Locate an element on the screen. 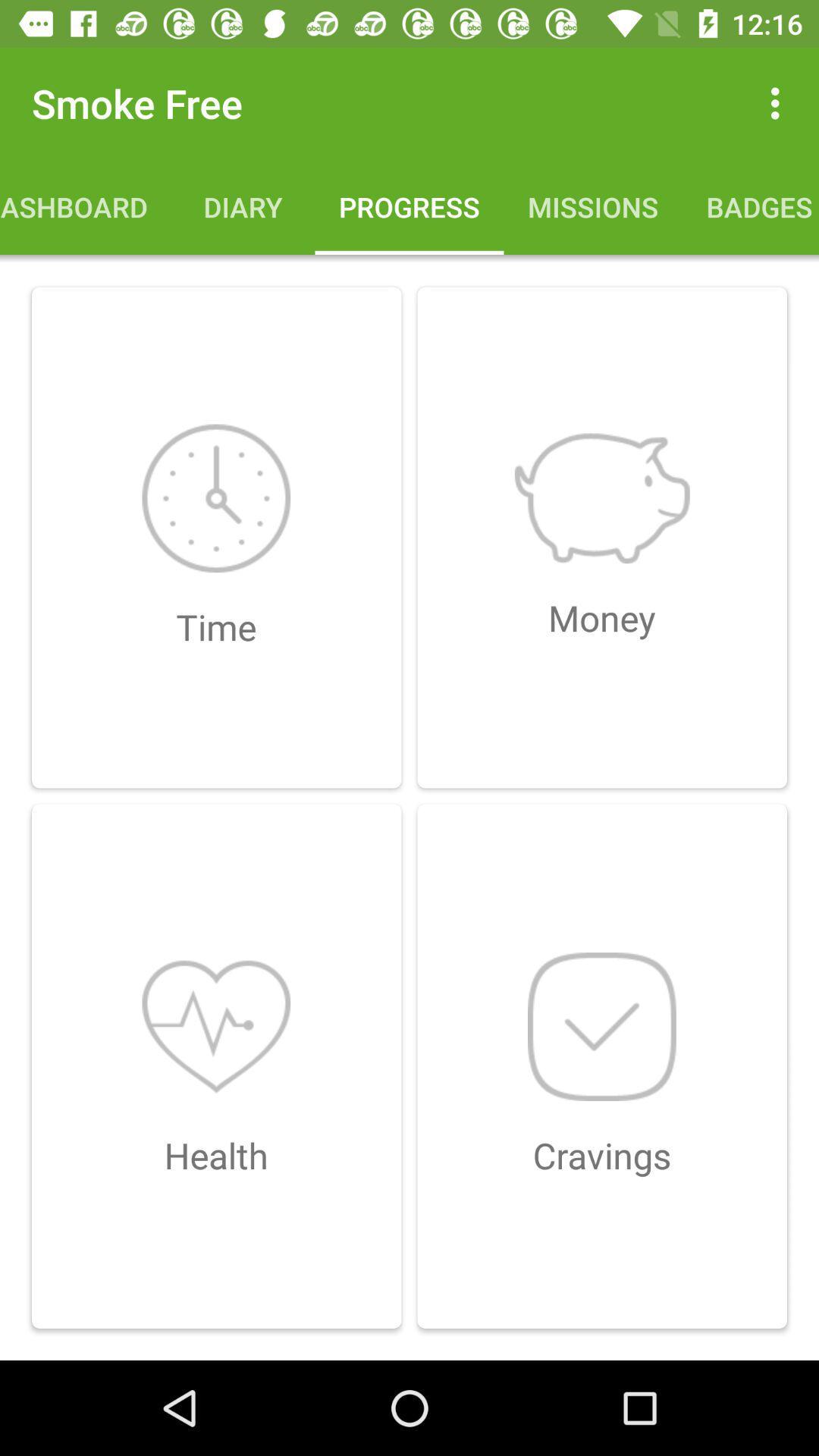 The width and height of the screenshot is (819, 1456). icon to the right of smoke free is located at coordinates (779, 102).